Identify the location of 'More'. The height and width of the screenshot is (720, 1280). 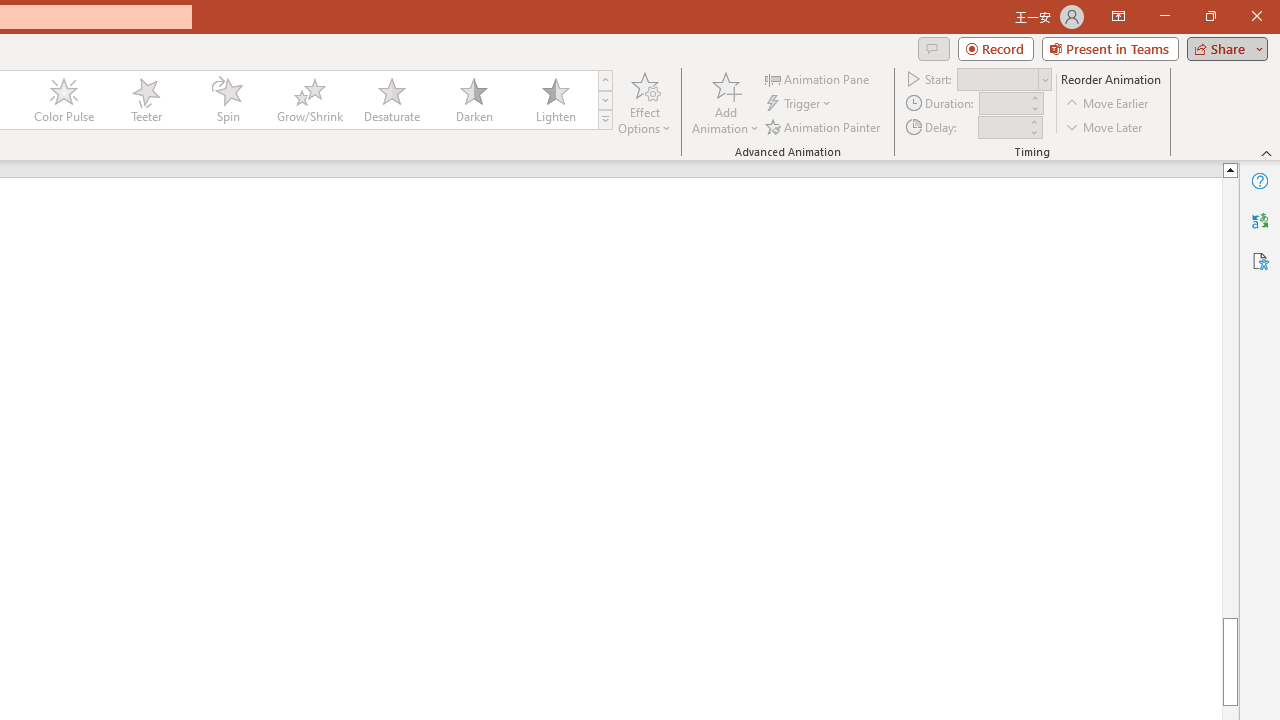
(1033, 121).